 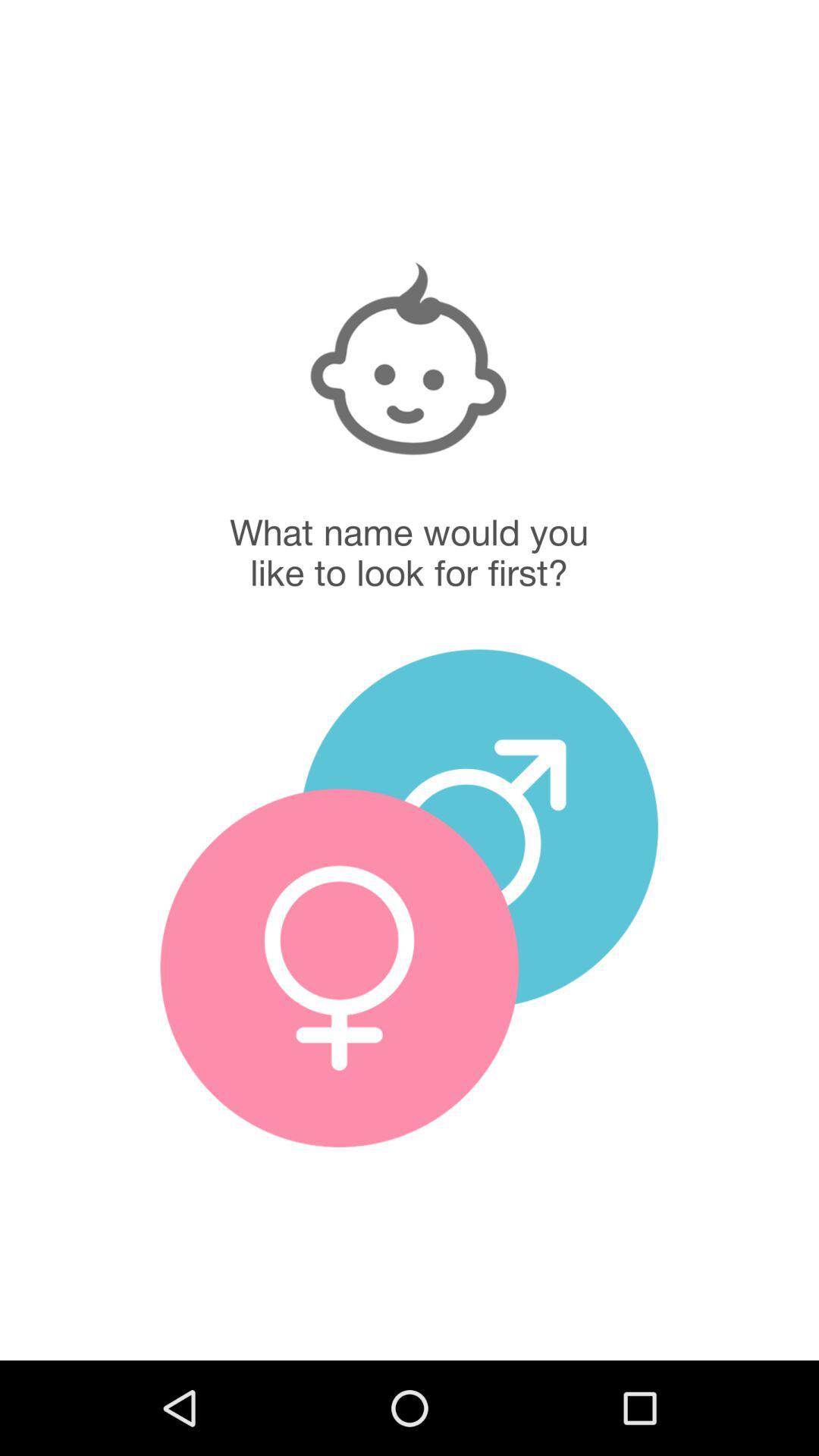 What do you see at coordinates (479, 827) in the screenshot?
I see `make names` at bounding box center [479, 827].